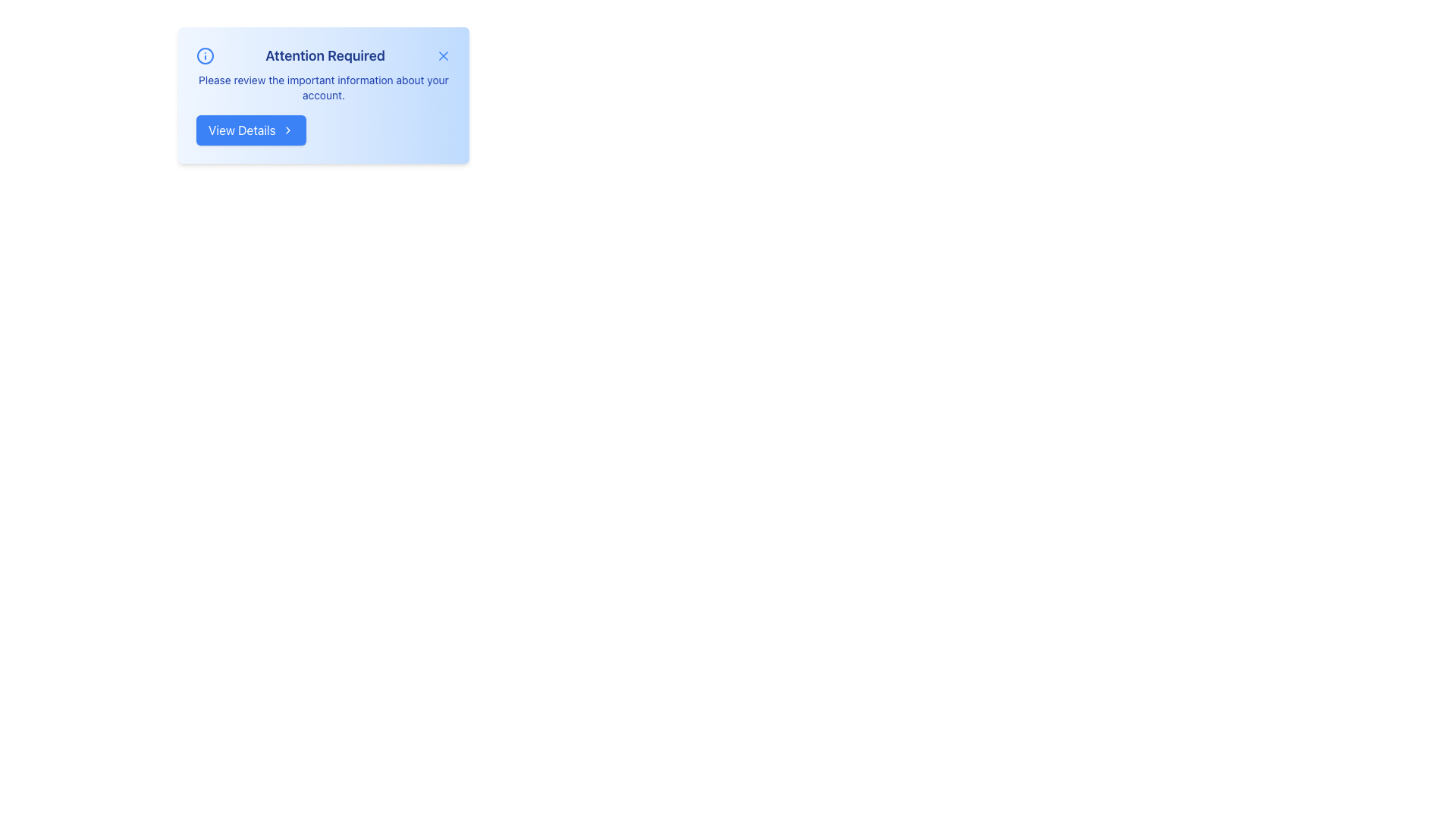 The width and height of the screenshot is (1456, 819). I want to click on the Text Label that serves as a heading for the notification, located at the top of the notification box with a blue circular information icon on its left and a close icon on its right, so click(323, 55).